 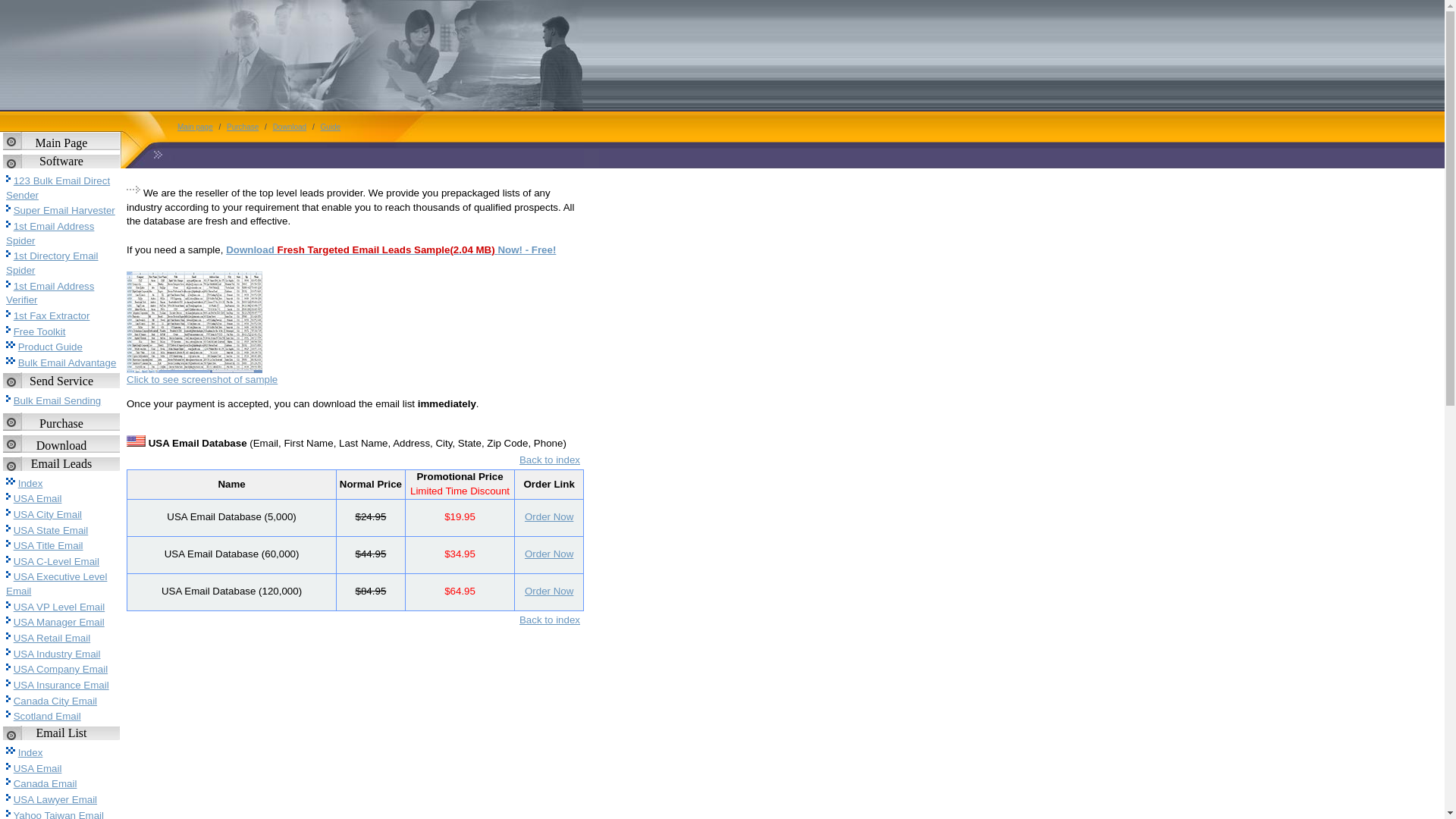 I want to click on 'Download', so click(x=269, y=126).